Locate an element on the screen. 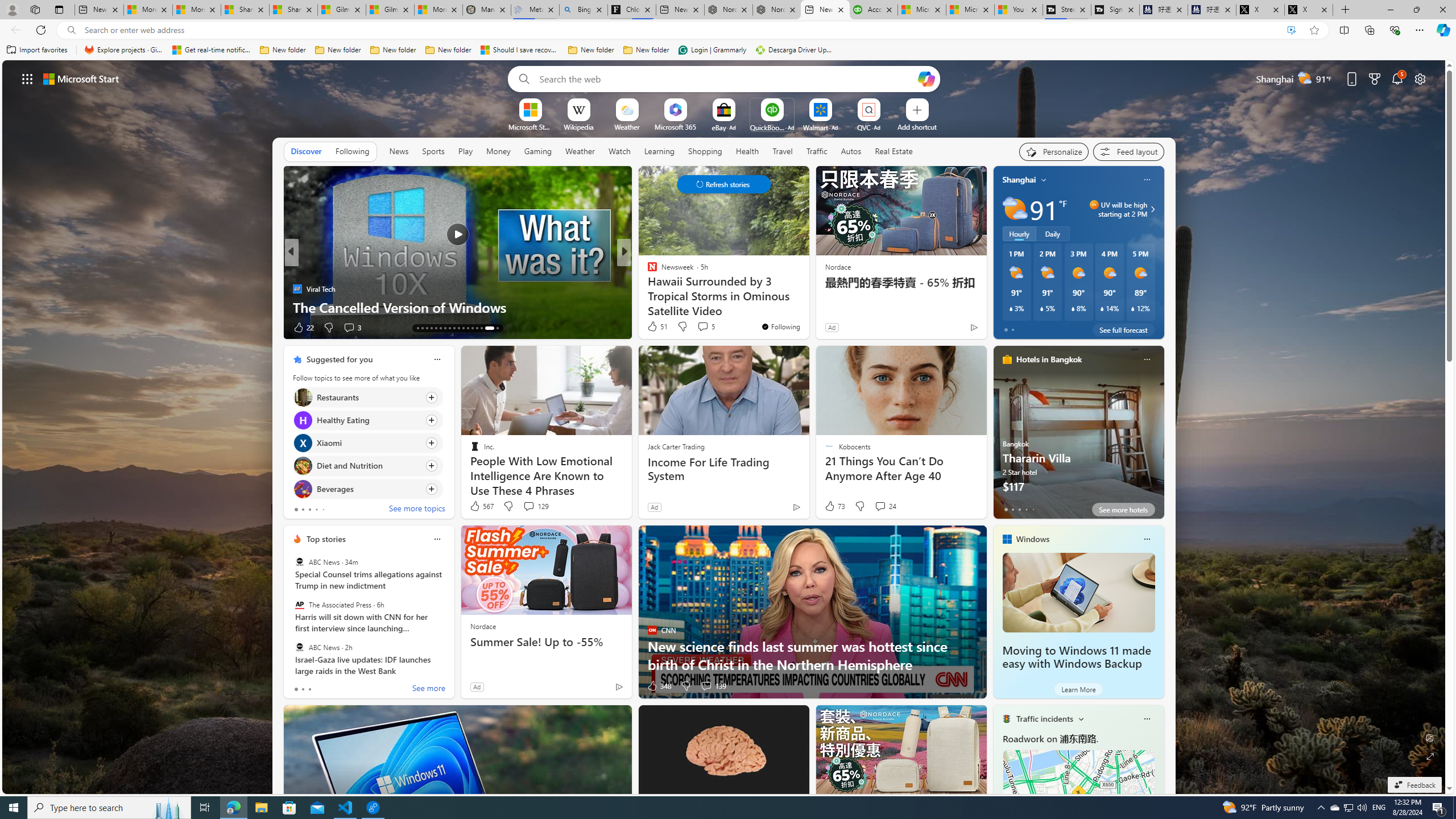 The height and width of the screenshot is (819, 1456). 'Viral Tech' is located at coordinates (296, 288).